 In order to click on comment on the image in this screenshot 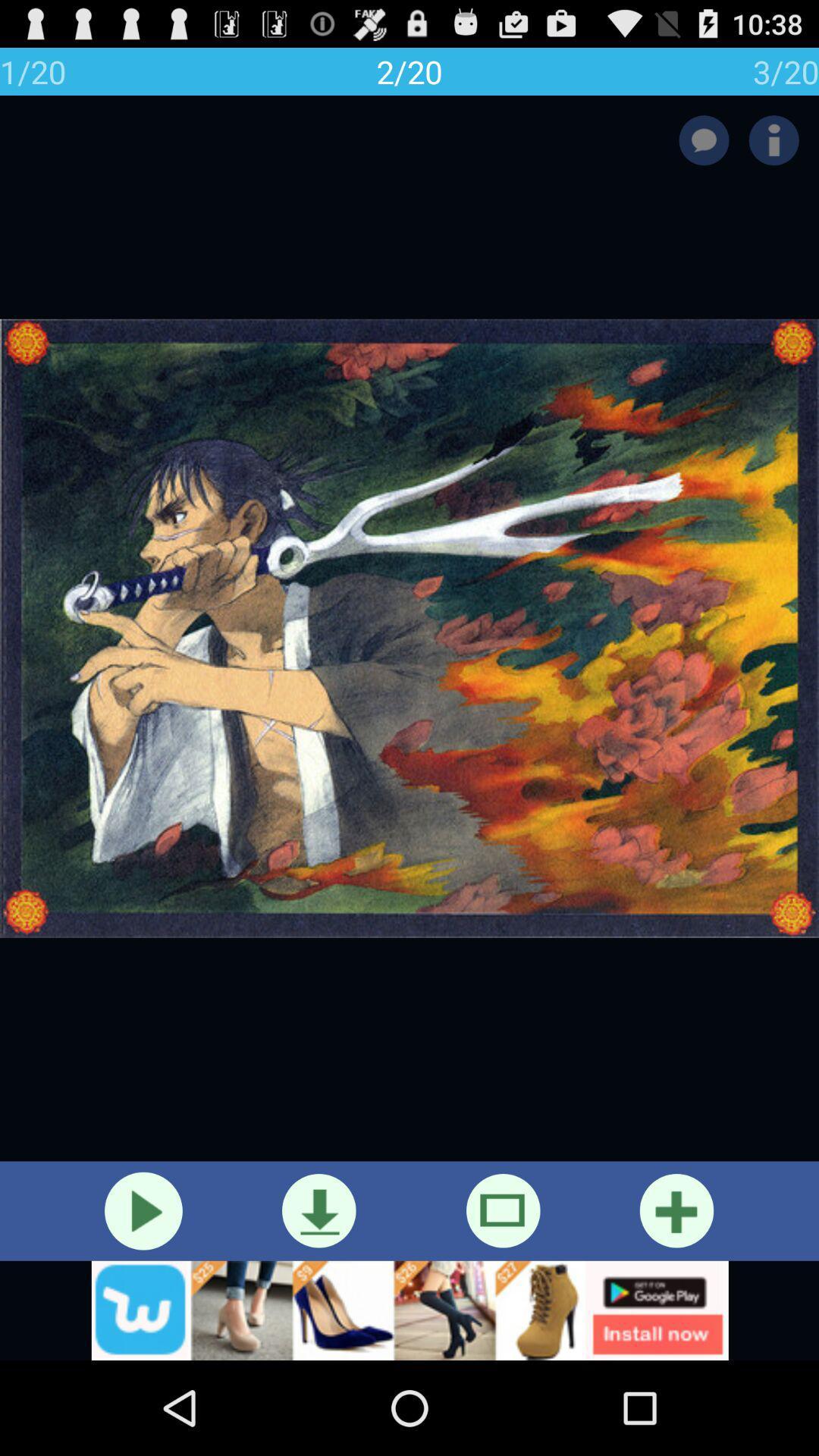, I will do `click(704, 140)`.